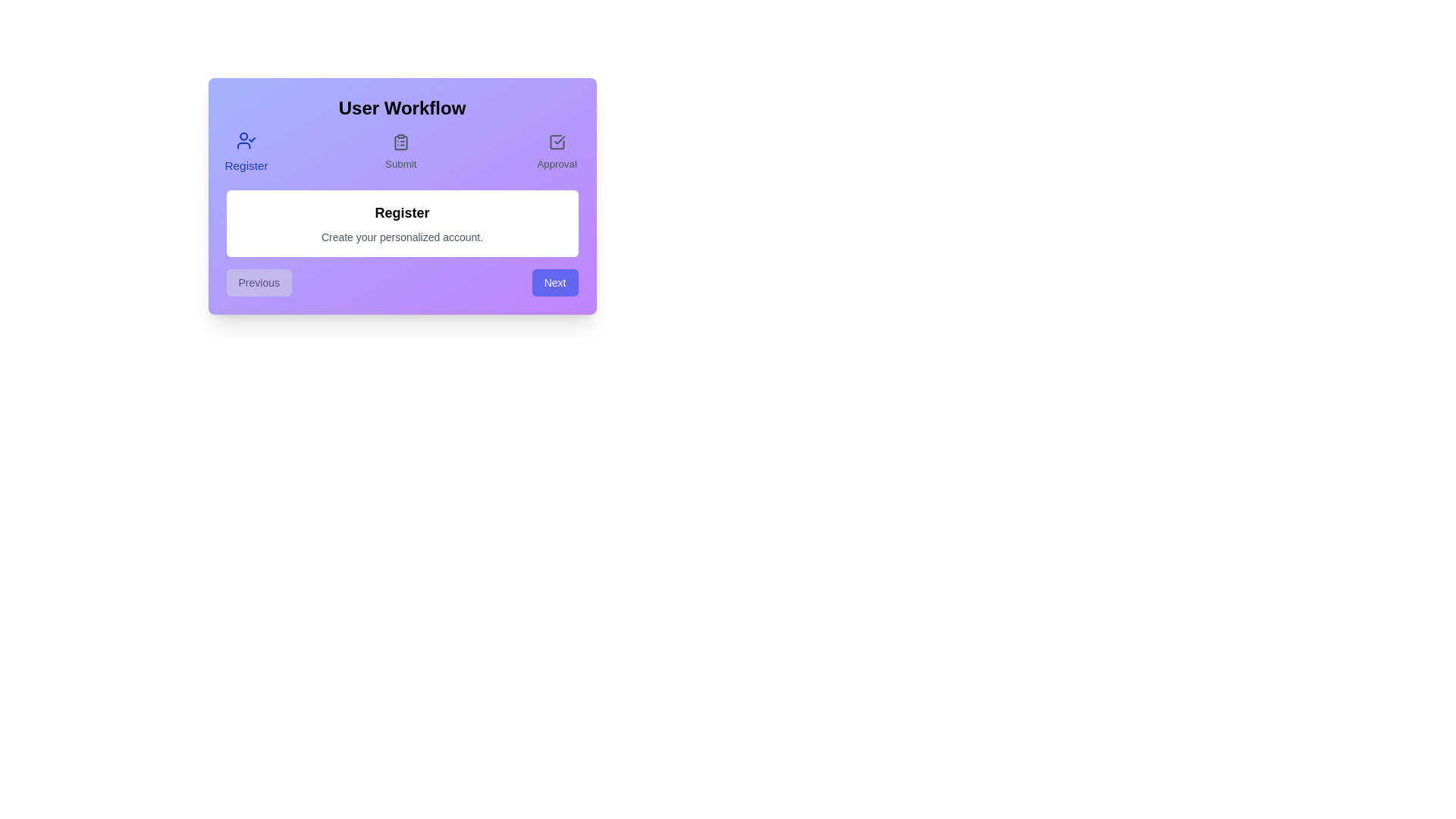  I want to click on the 'Next' button to proceed to the next step, so click(554, 283).